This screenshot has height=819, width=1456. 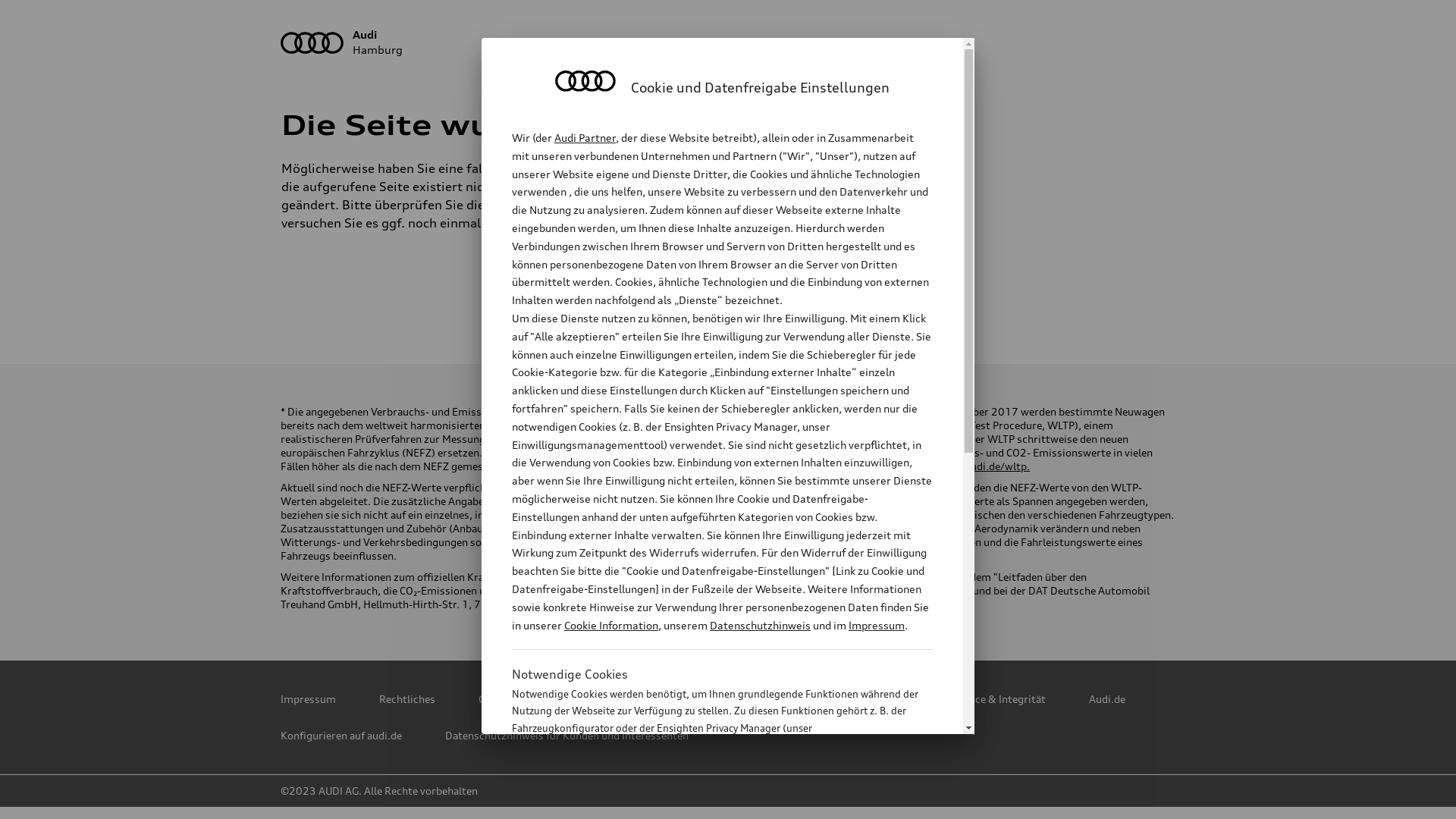 What do you see at coordinates (584, 137) in the screenshot?
I see `'Audi Partner'` at bounding box center [584, 137].